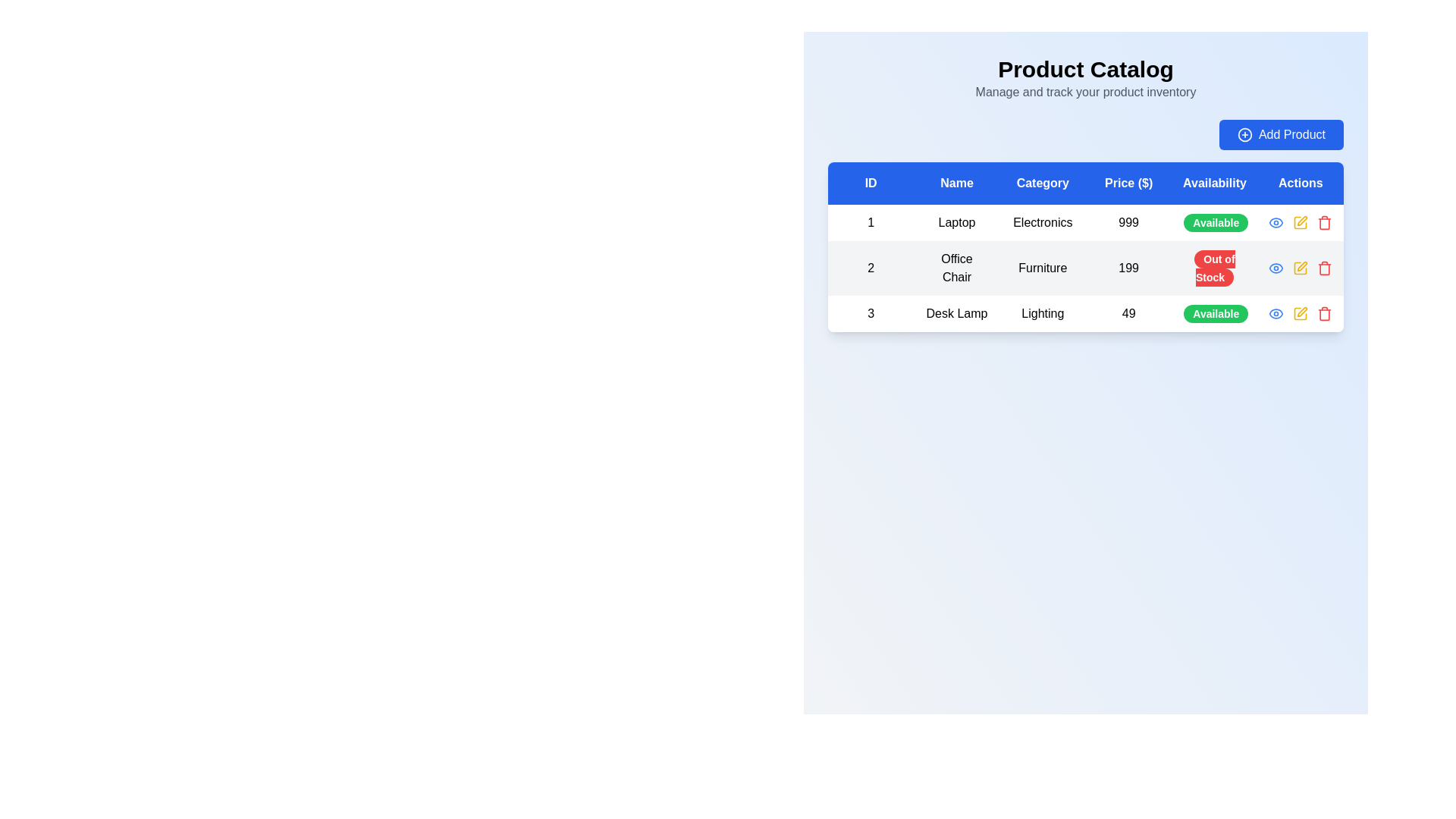 The height and width of the screenshot is (819, 1456). Describe the element at coordinates (1084, 79) in the screenshot. I see `the Text Heading and Subtext Block which serves as the title and description for the section above the table layout and next to the 'Add Product' blue button` at that location.